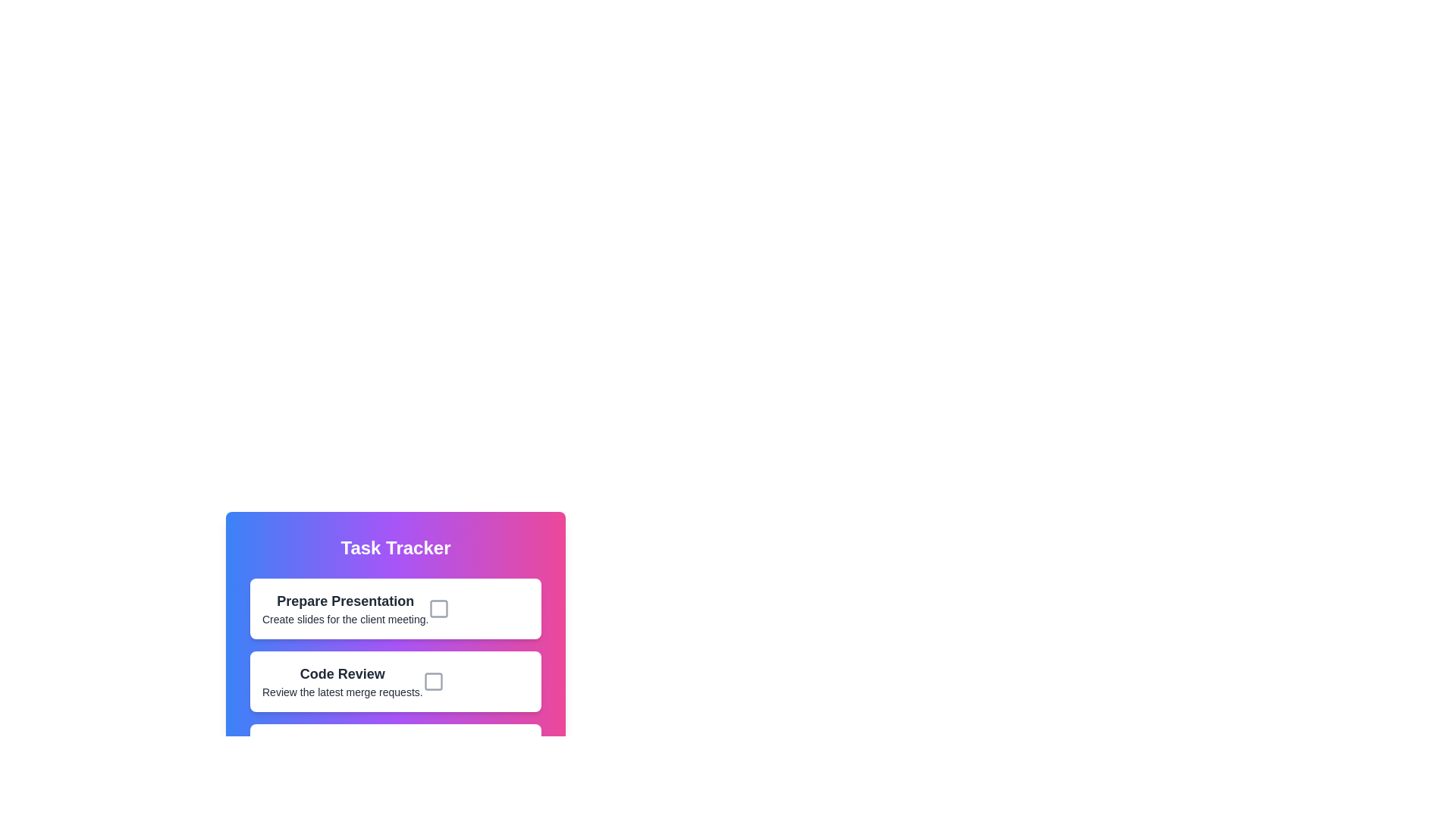 The width and height of the screenshot is (1456, 819). Describe the element at coordinates (396, 548) in the screenshot. I see `the 'Task Tracker' header text label for reading` at that location.